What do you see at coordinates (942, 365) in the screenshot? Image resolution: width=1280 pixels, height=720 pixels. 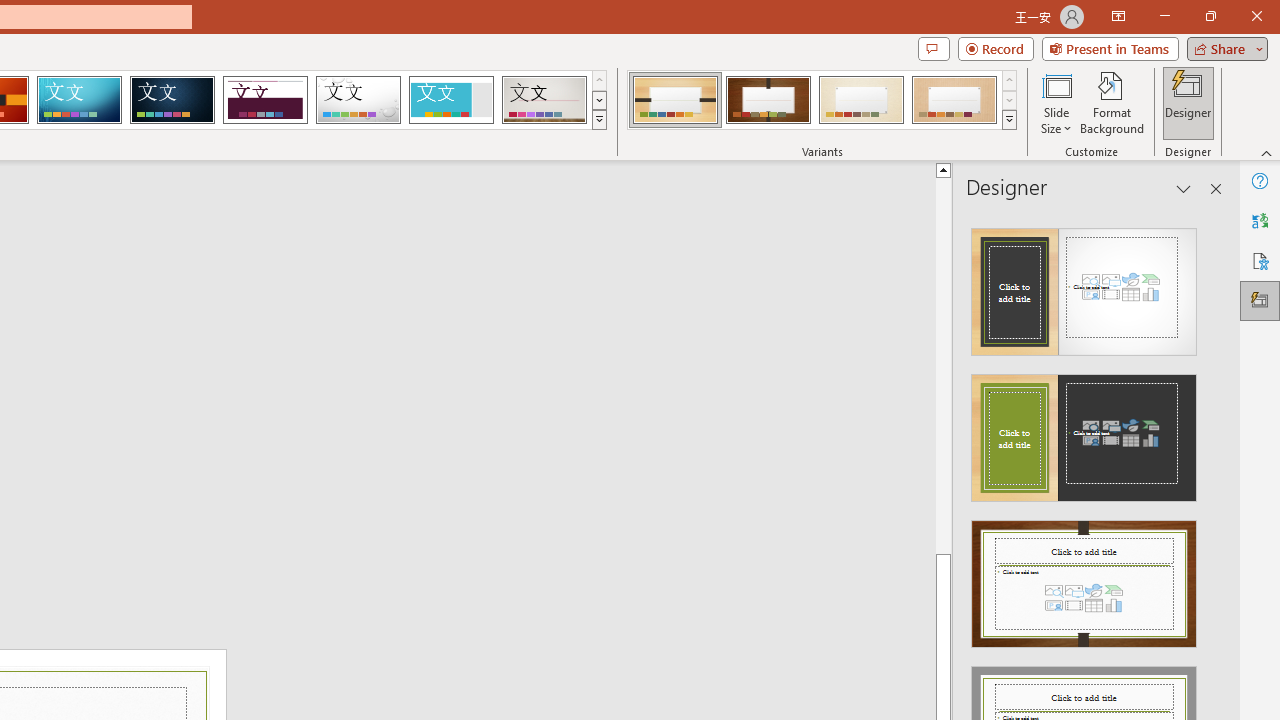 I see `'Page up'` at bounding box center [942, 365].